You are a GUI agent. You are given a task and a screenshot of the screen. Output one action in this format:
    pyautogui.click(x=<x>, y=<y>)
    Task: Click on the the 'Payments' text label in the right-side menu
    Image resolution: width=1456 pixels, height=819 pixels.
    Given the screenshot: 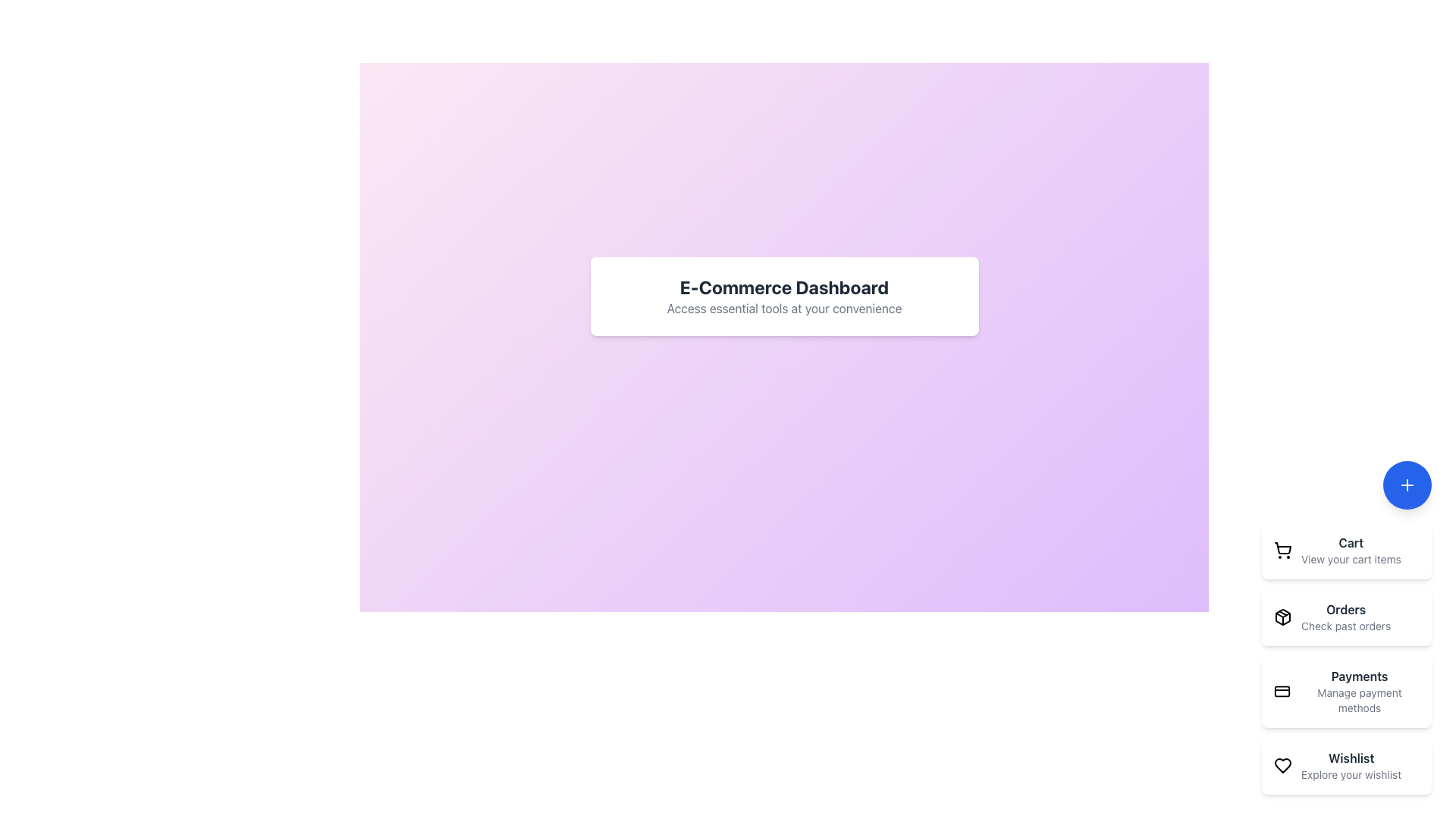 What is the action you would take?
    pyautogui.click(x=1360, y=691)
    